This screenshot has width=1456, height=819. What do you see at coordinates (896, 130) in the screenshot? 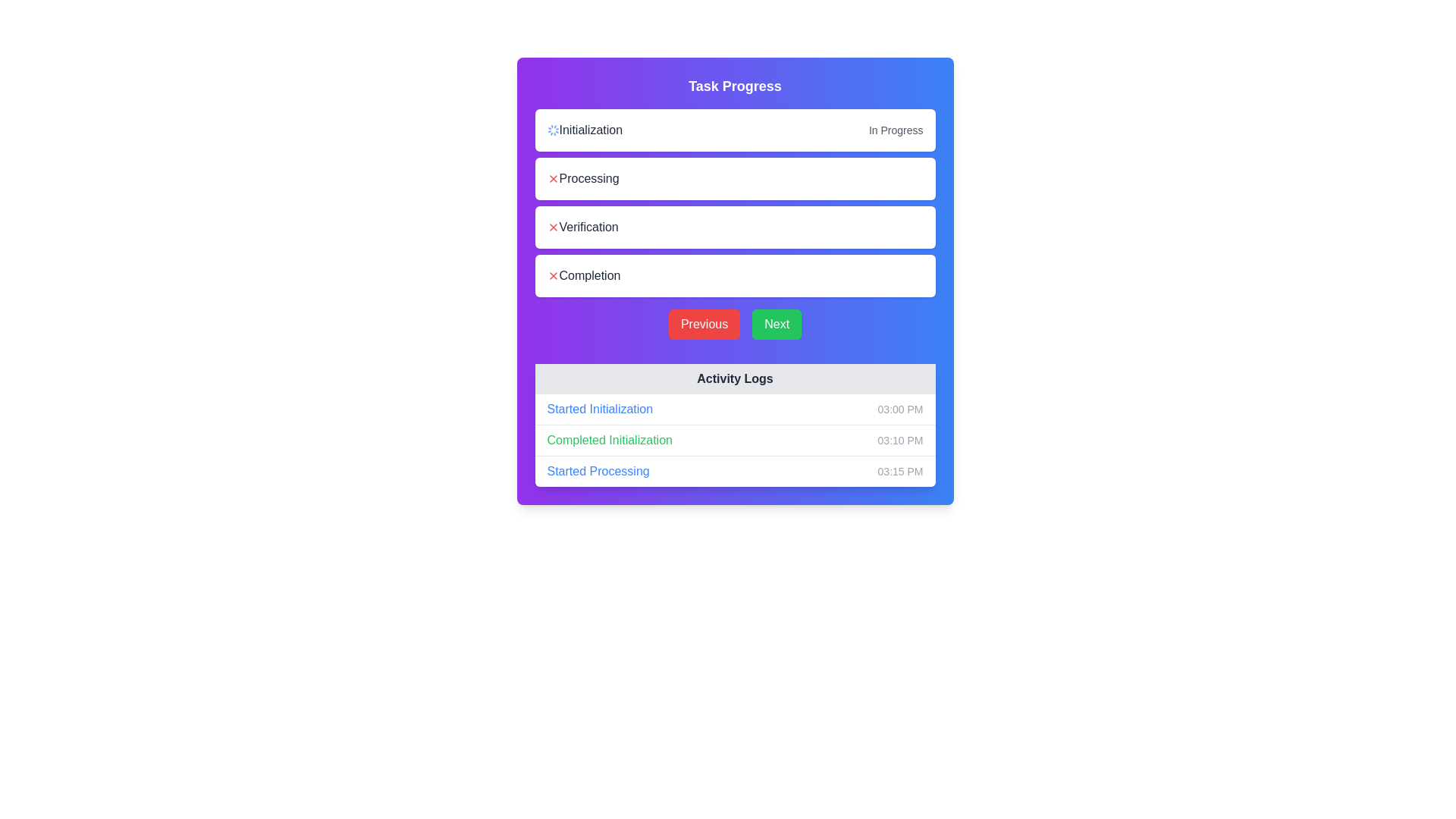
I see `the text element displaying 'In Progress', which is aligned horizontally with the 'Initialization' label in the task progress section` at bounding box center [896, 130].